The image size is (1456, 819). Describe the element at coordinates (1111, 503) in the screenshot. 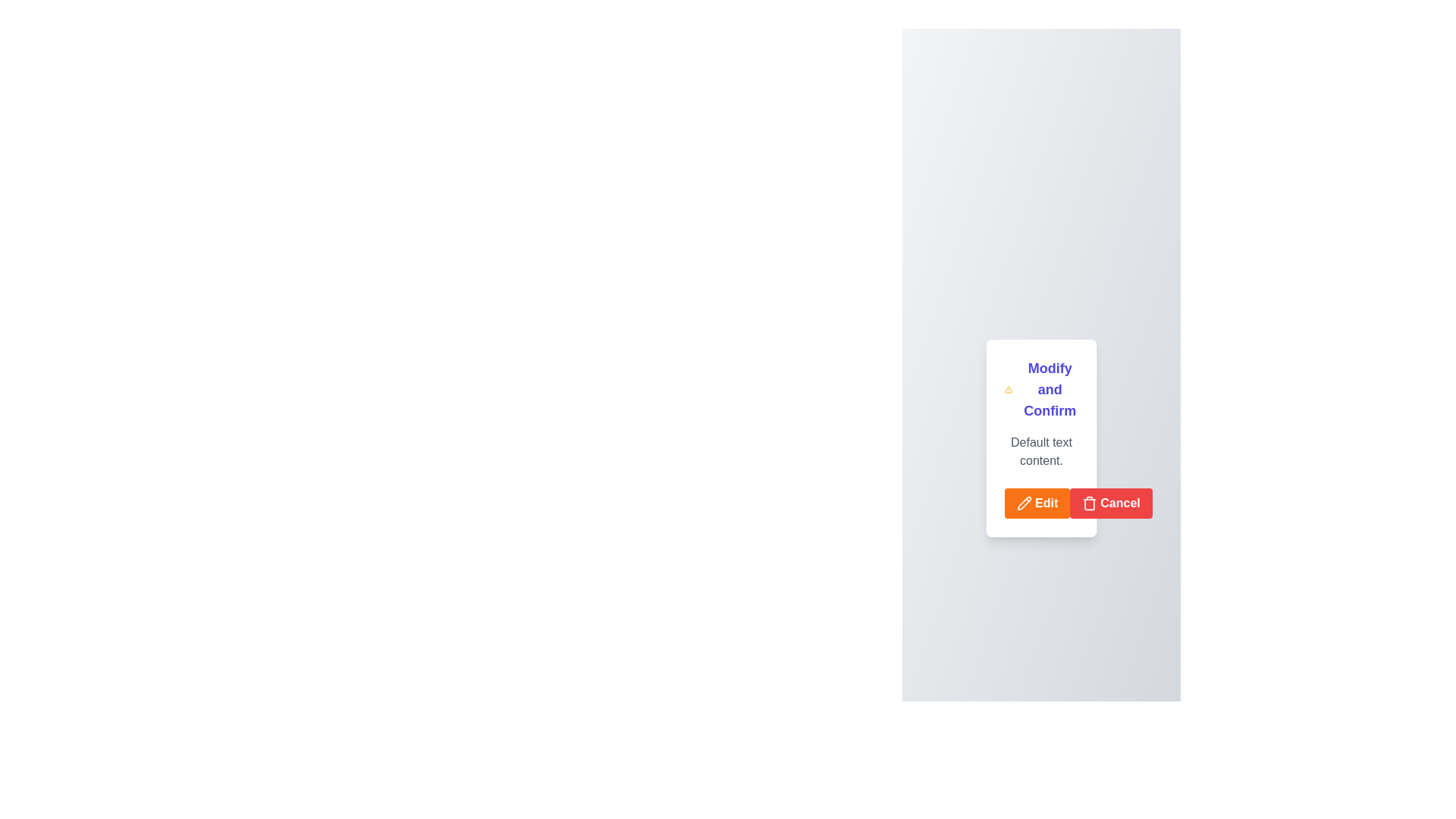

I see `the 'Cancel' button with a red background and white text for accessibility purposes` at that location.